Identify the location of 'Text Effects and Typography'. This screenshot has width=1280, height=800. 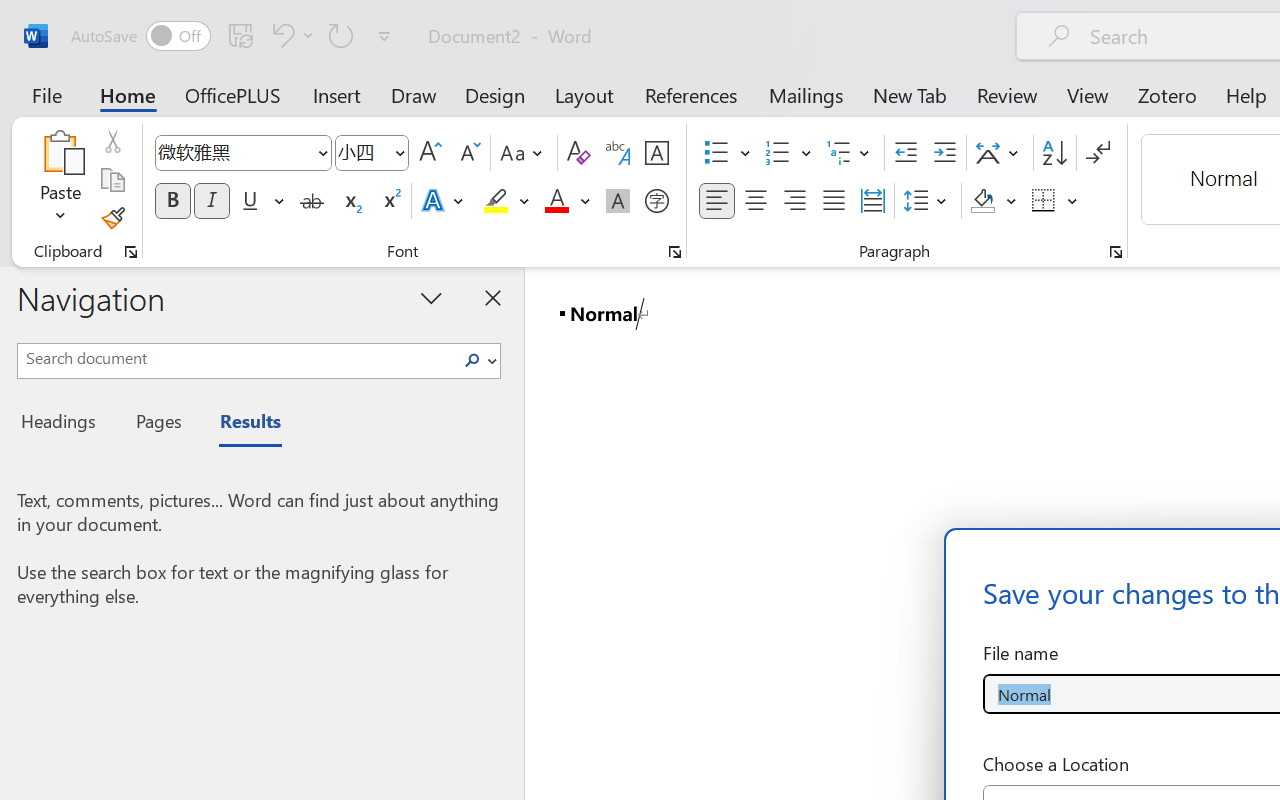
(443, 201).